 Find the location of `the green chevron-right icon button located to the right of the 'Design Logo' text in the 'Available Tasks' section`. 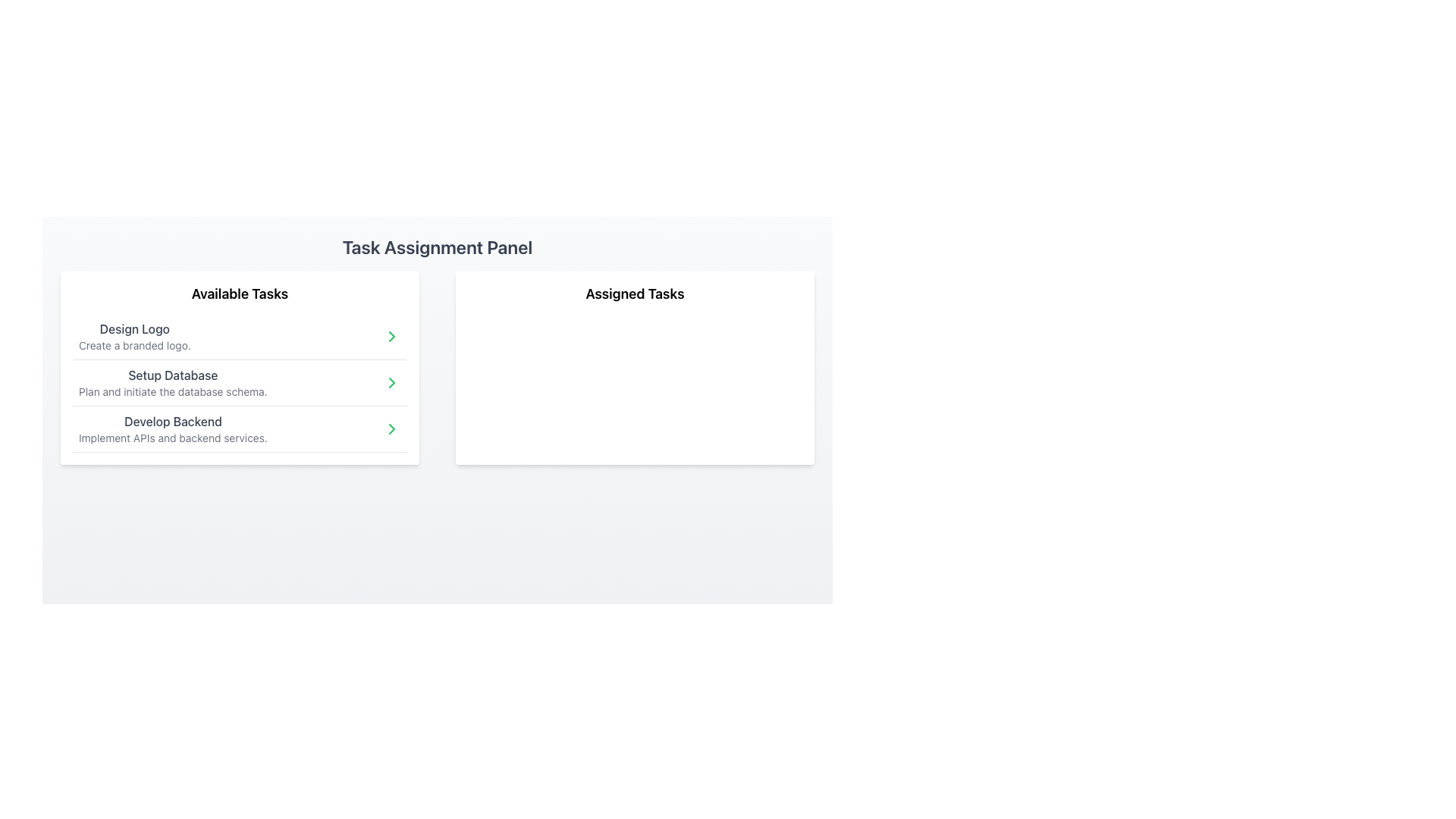

the green chevron-right icon button located to the right of the 'Design Logo' text in the 'Available Tasks' section is located at coordinates (392, 335).